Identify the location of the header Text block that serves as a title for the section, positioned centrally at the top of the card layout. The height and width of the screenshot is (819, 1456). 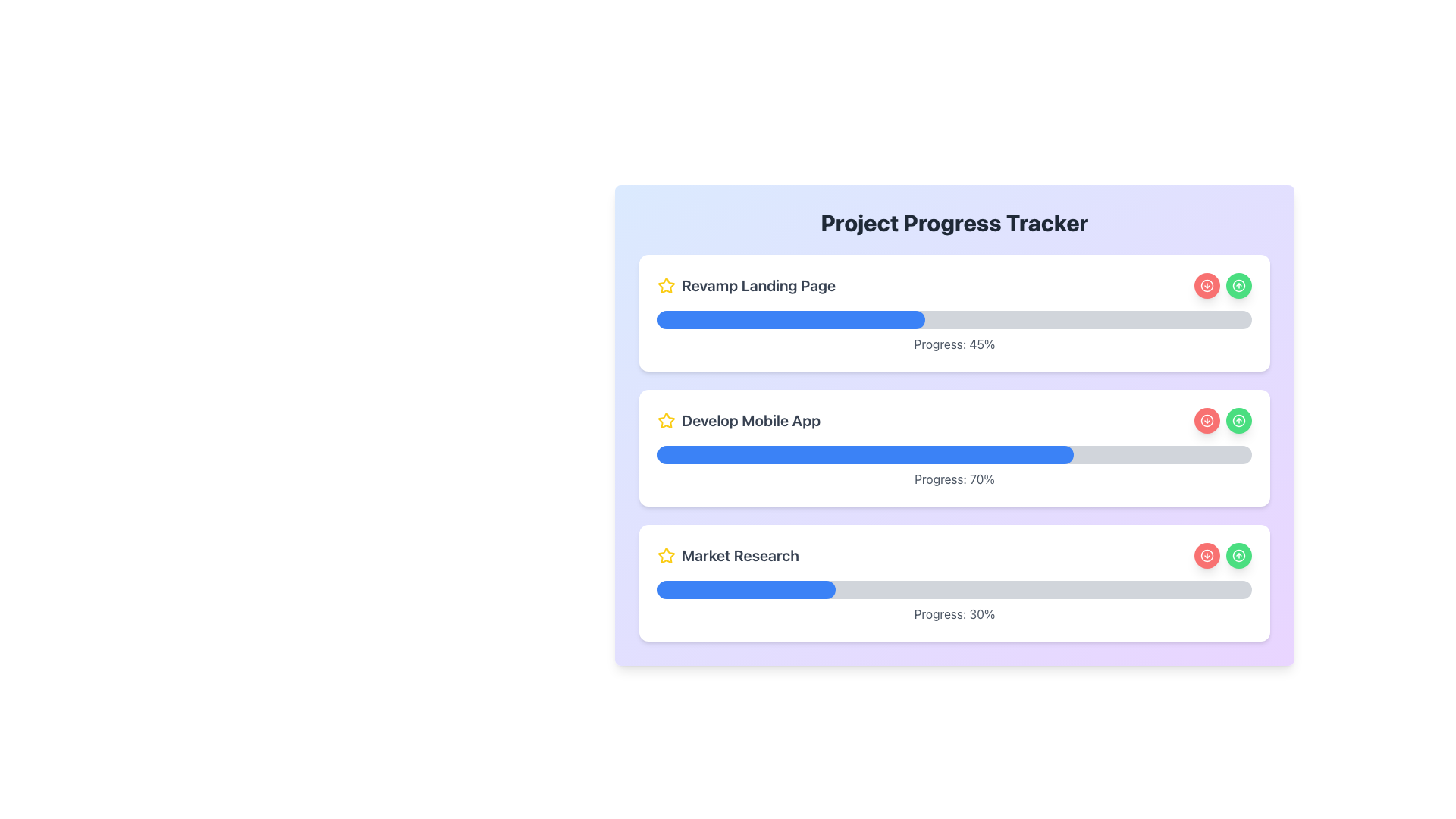
(953, 222).